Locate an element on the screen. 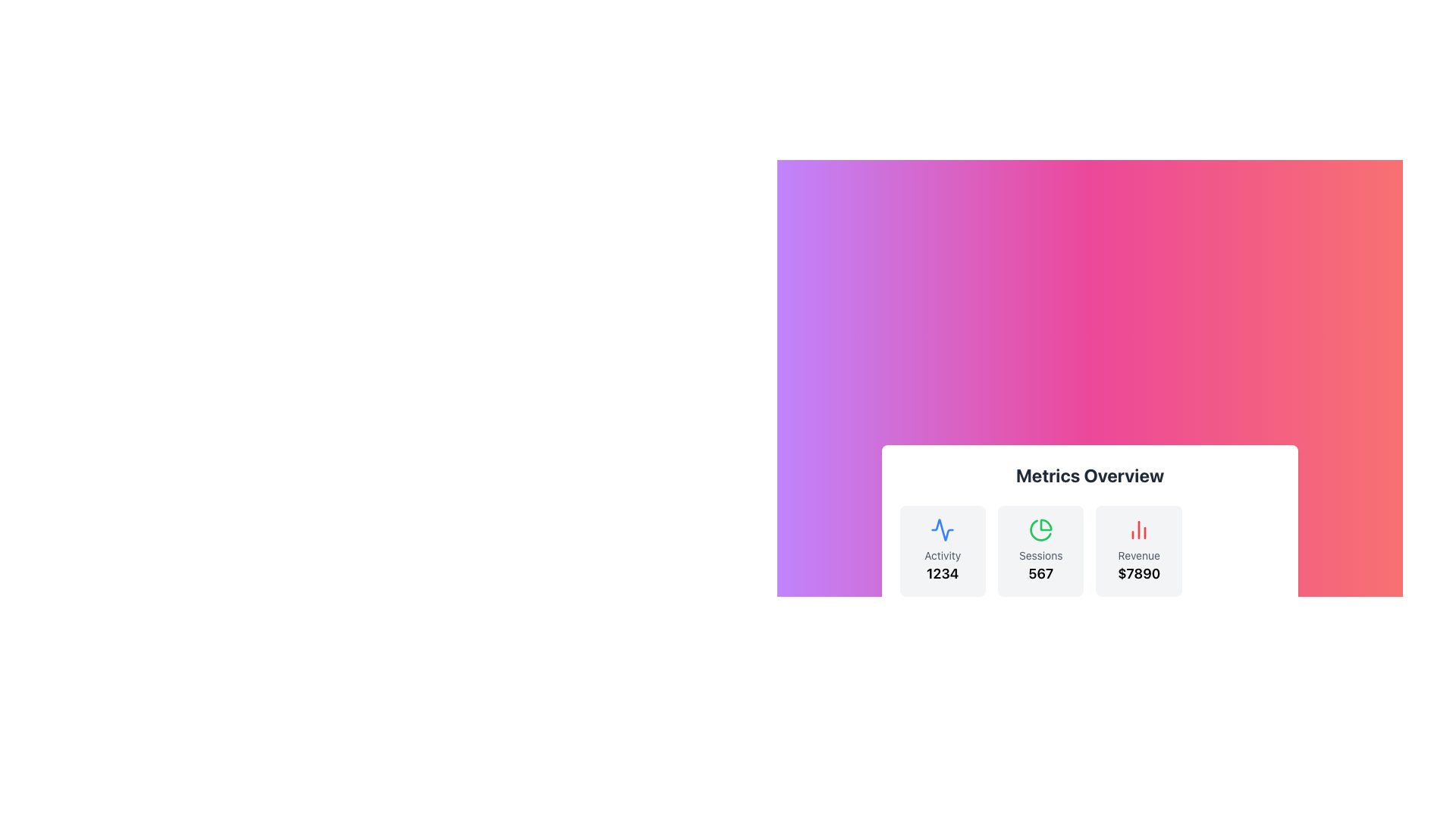  information displayed in the second block of the Data Display Grid Section within the 'Metrics Overview' panel is located at coordinates (1089, 551).